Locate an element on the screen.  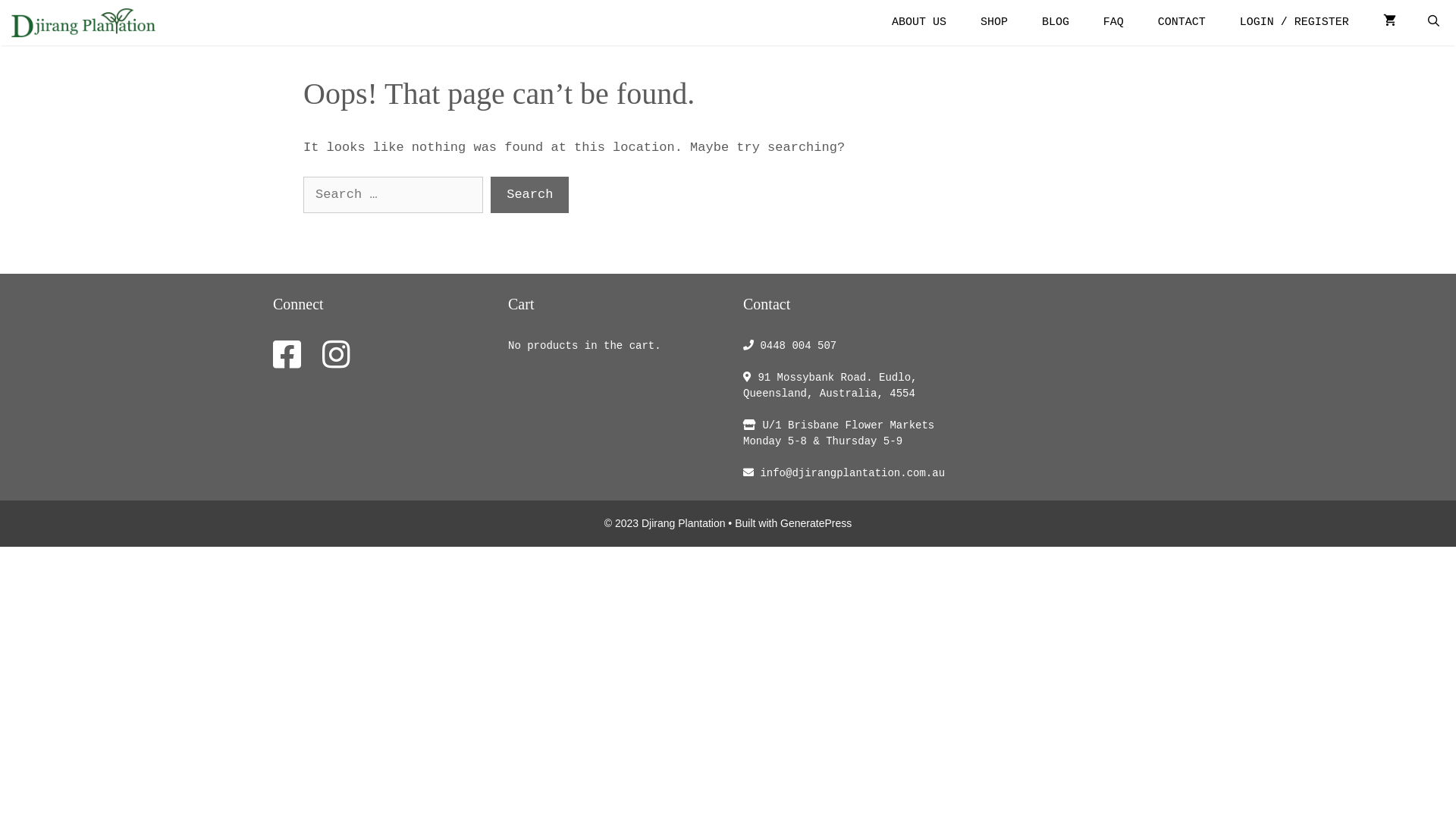
'Search for:' is located at coordinates (393, 194).